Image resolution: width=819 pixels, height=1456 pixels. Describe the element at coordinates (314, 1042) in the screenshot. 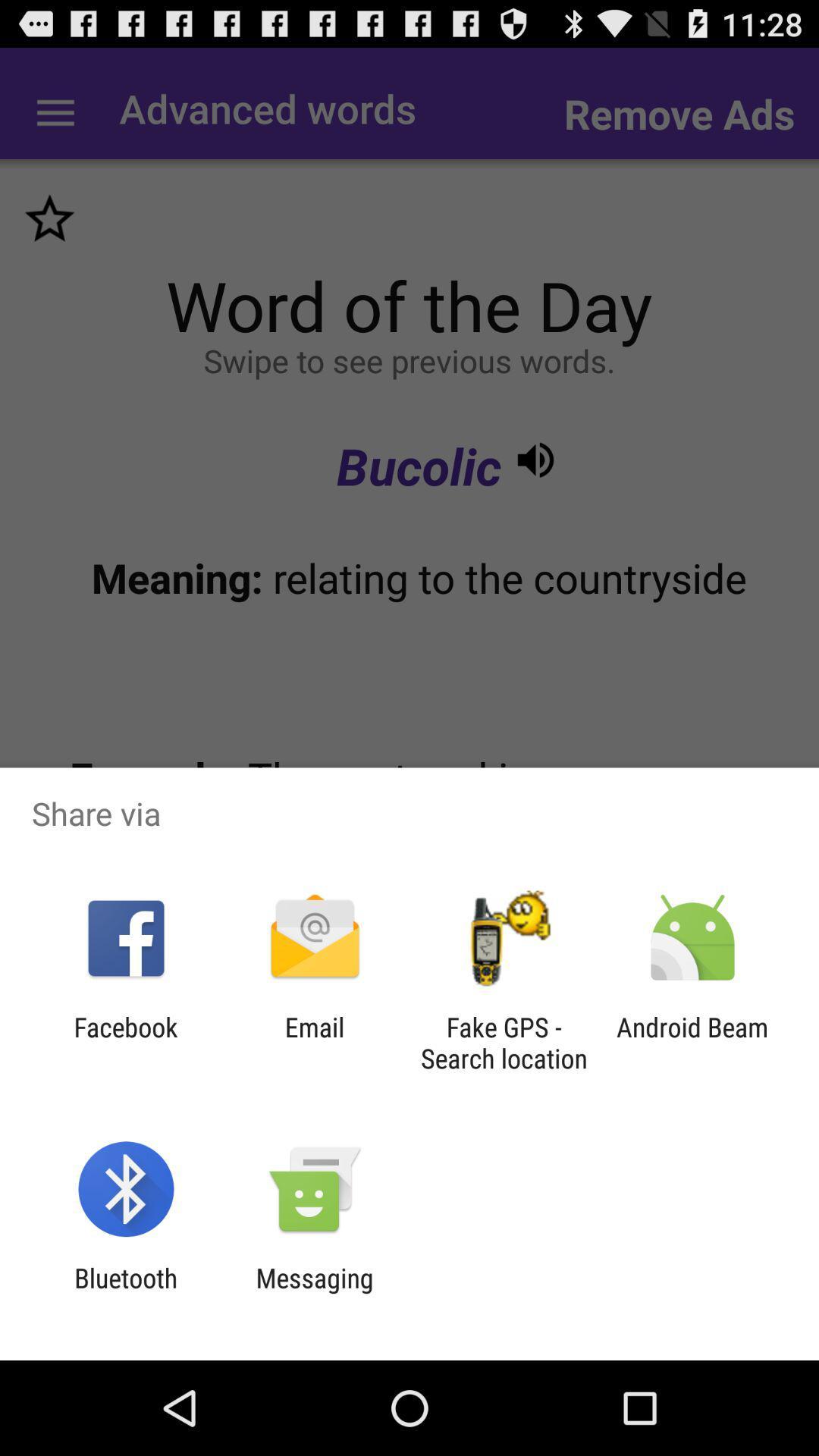

I see `the icon to the right of the facebook app` at that location.